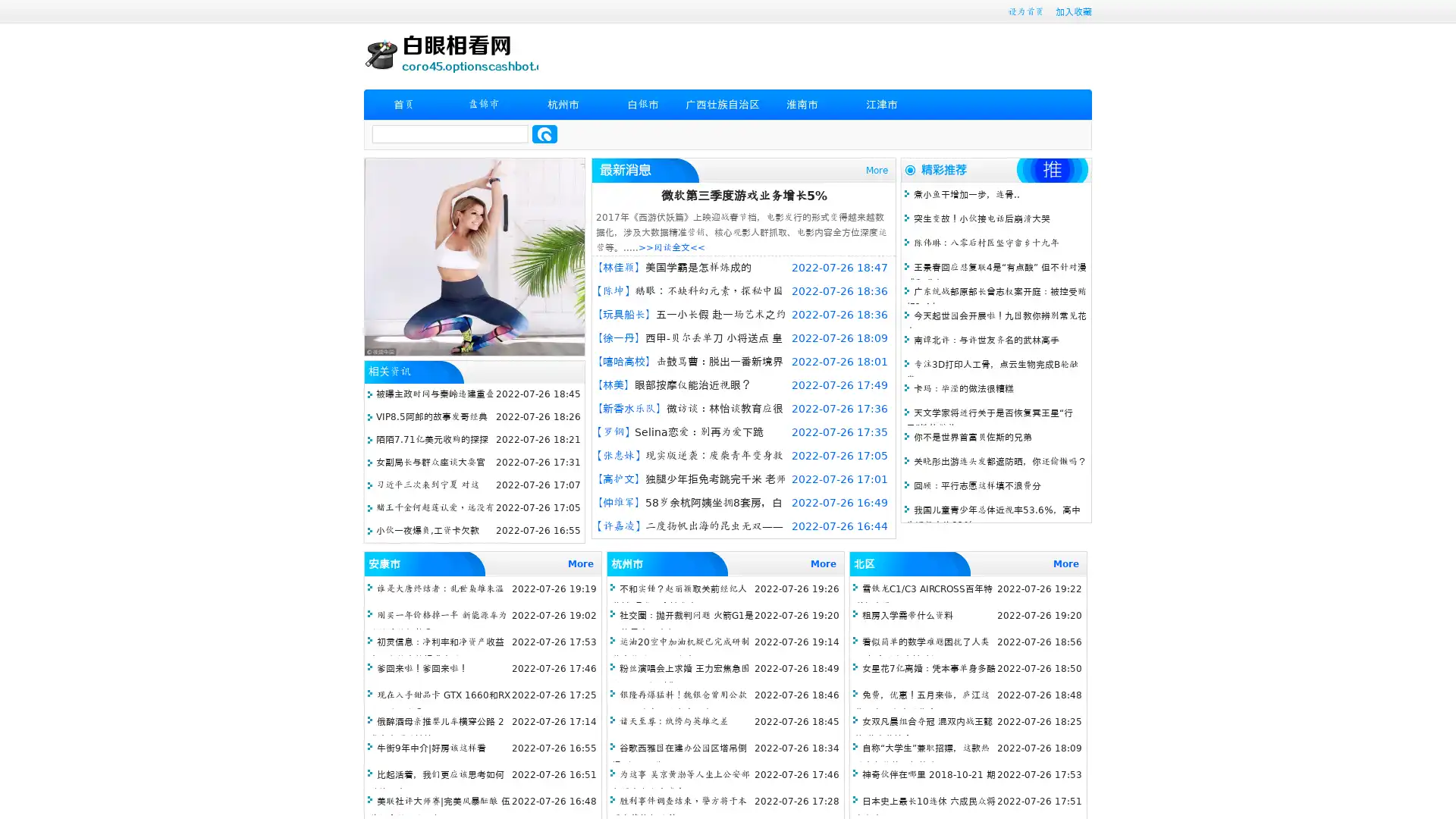  I want to click on Search, so click(544, 133).